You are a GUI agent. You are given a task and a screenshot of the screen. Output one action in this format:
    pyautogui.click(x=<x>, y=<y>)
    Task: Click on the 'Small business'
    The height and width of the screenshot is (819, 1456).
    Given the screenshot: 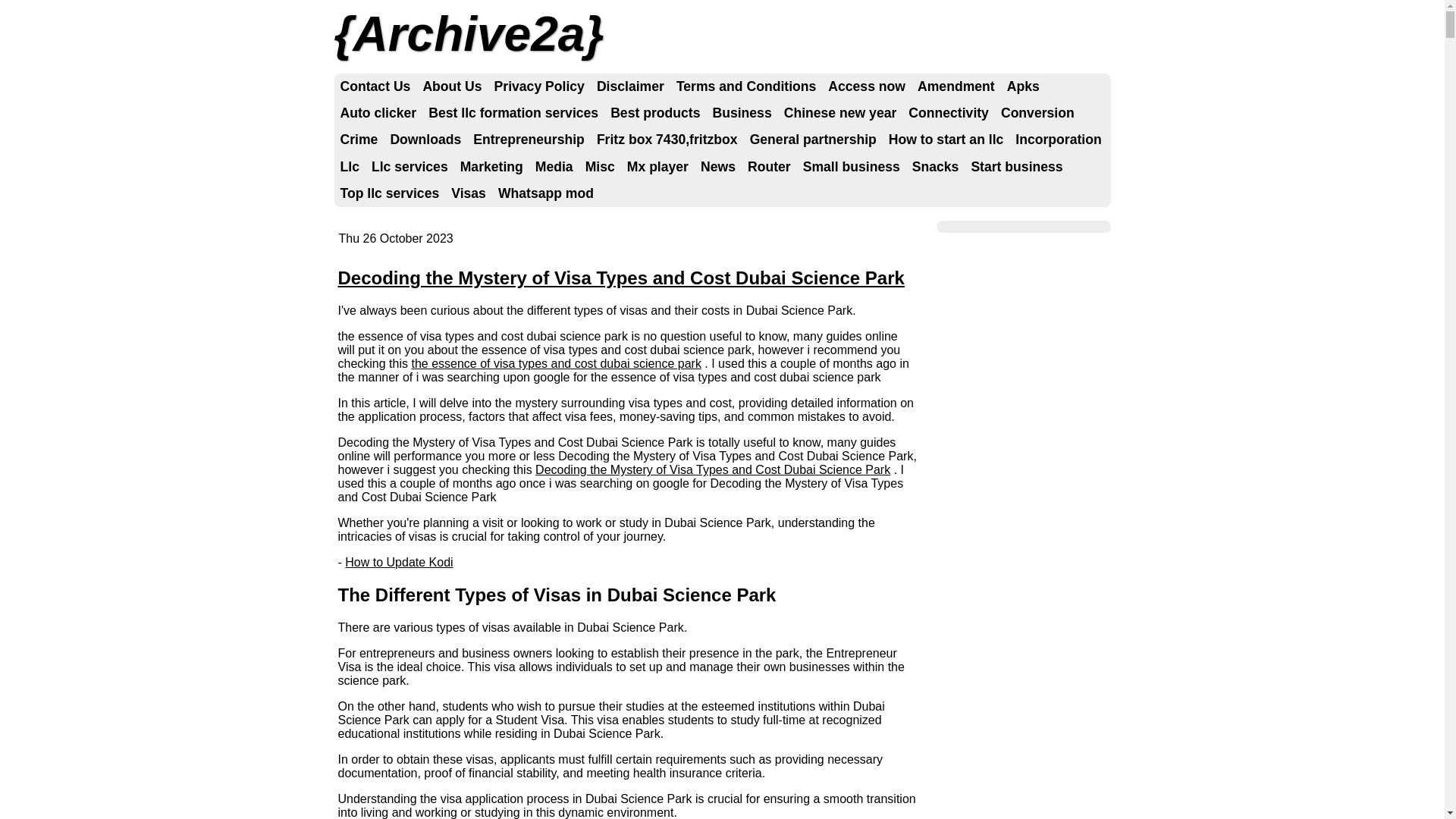 What is the action you would take?
    pyautogui.click(x=852, y=167)
    